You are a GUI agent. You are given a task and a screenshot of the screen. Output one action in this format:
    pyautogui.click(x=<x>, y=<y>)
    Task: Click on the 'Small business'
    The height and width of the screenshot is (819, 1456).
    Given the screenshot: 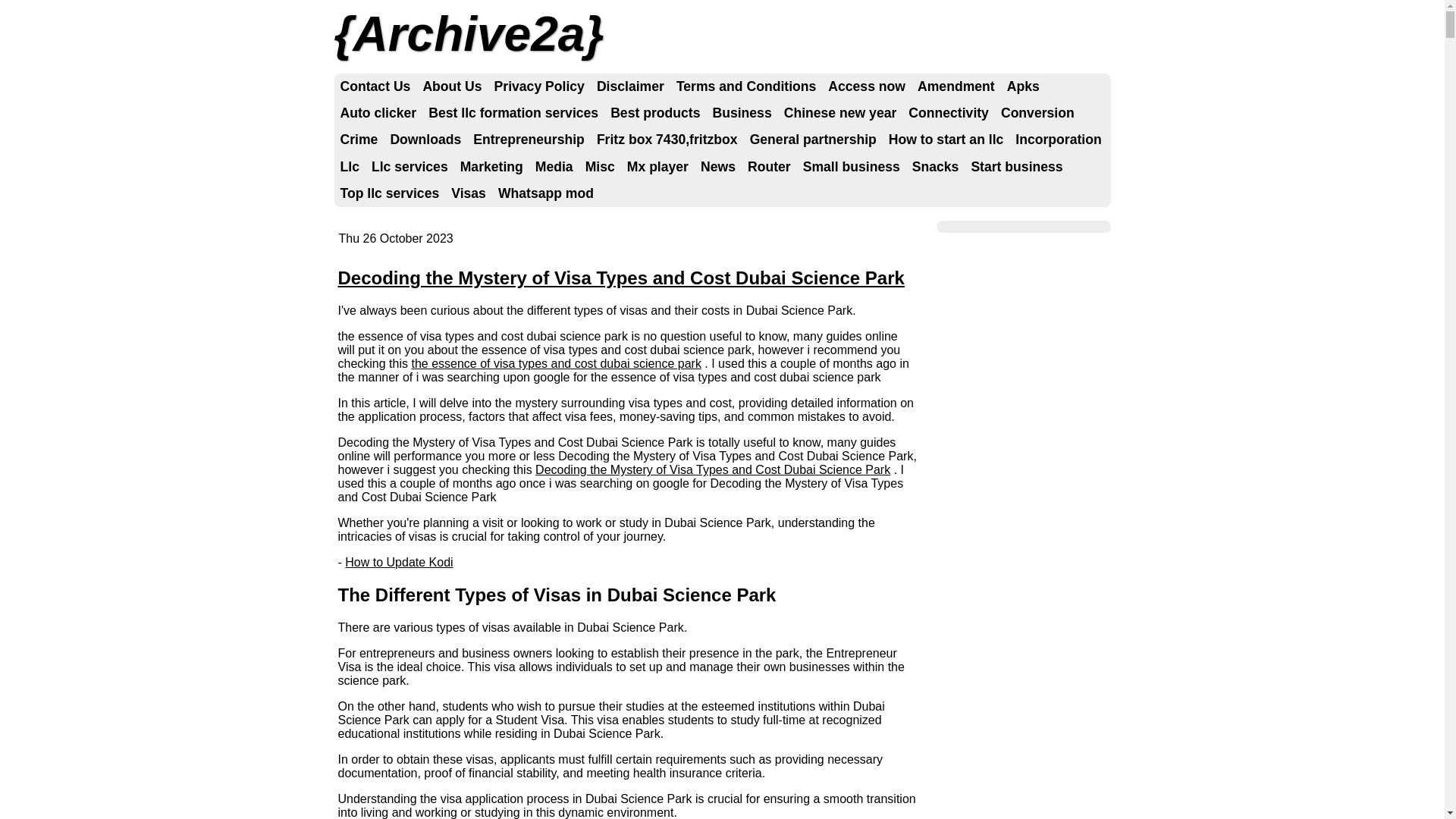 What is the action you would take?
    pyautogui.click(x=852, y=167)
    